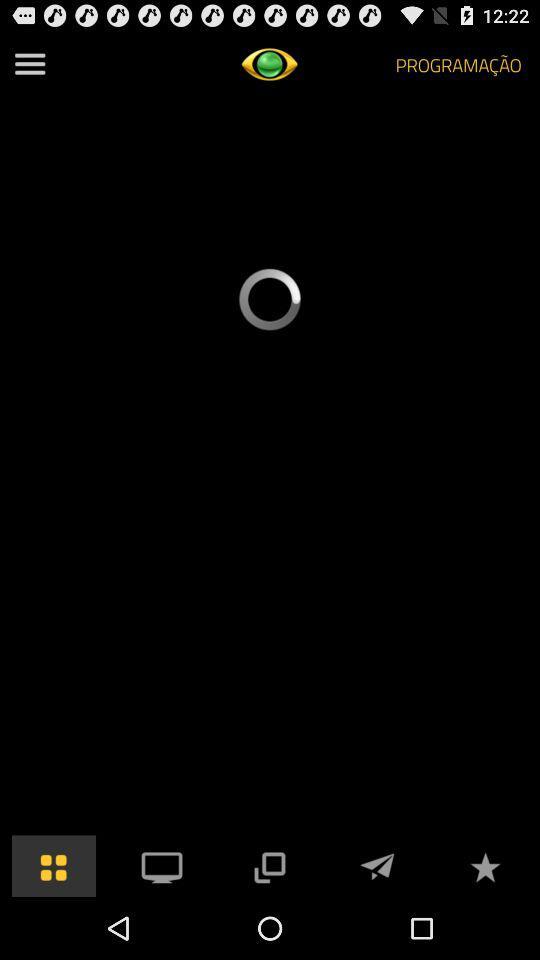  I want to click on bring up icons, so click(54, 864).